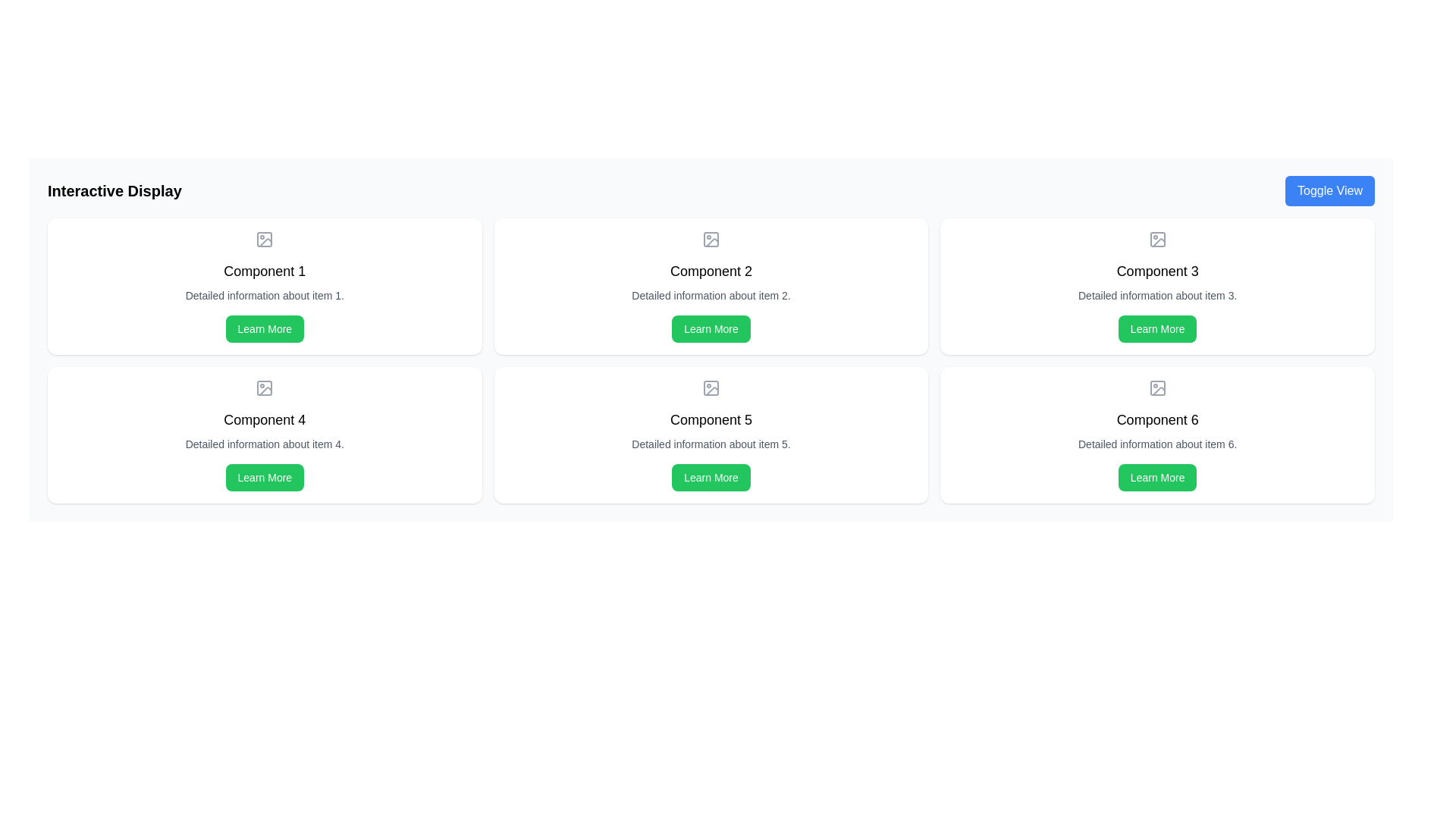 The height and width of the screenshot is (819, 1456). I want to click on text label displaying 'Detailed information about item 4.' which is centered below the title 'Component 4' and above the 'Learn More' button in the fourth card of the grid layout, so click(265, 444).